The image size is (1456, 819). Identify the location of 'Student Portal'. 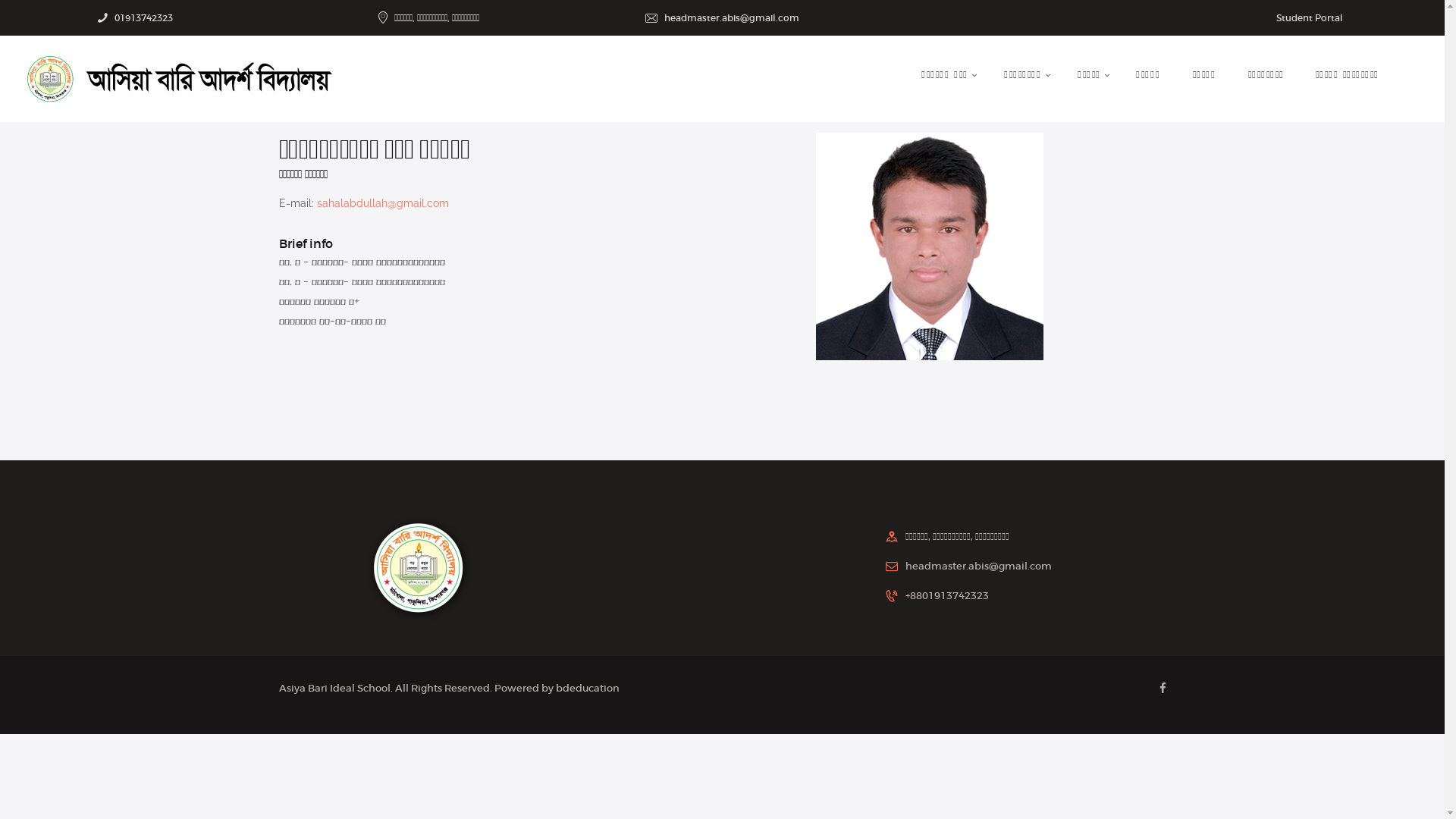
(1308, 17).